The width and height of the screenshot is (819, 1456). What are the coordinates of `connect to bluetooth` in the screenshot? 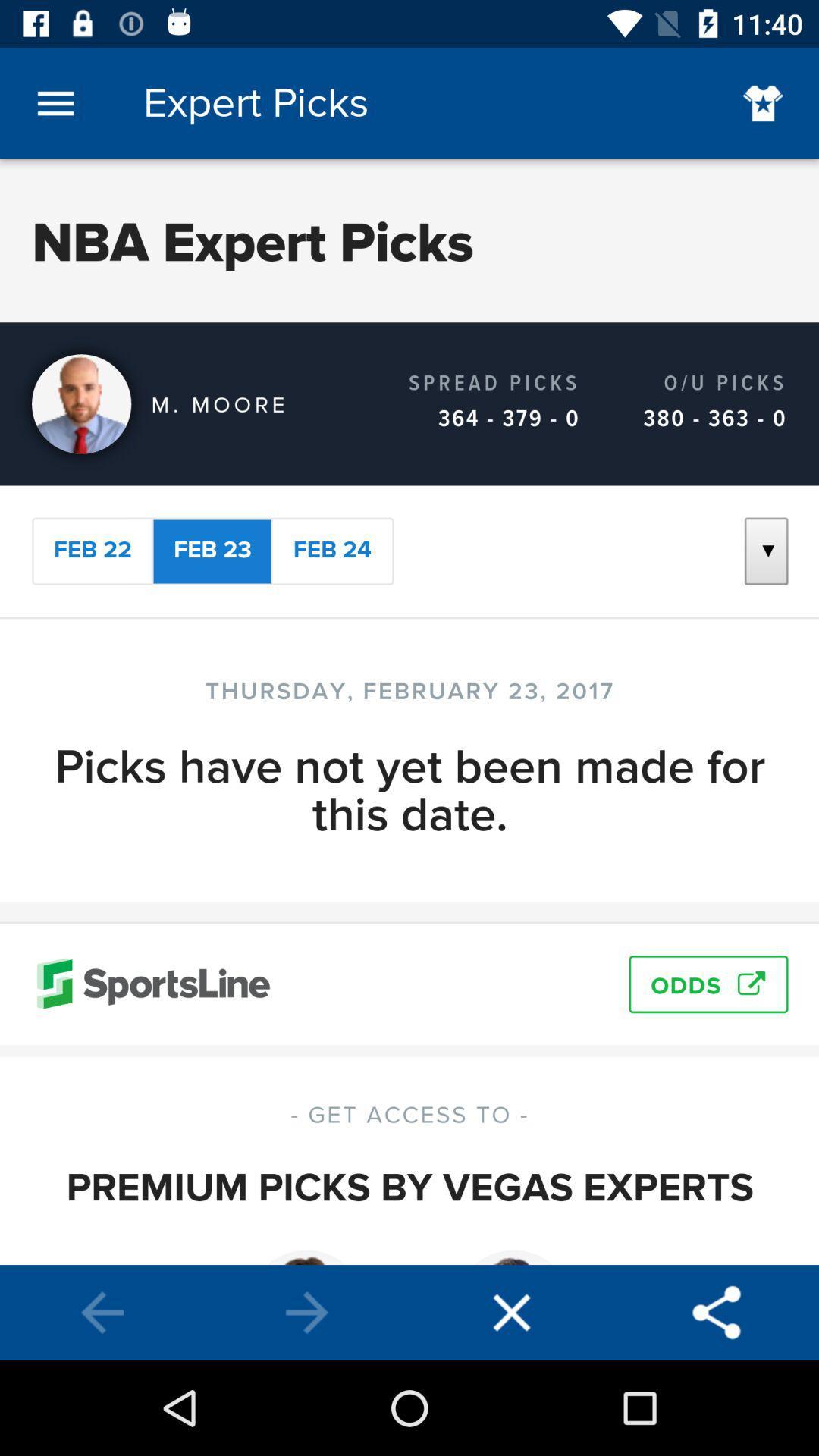 It's located at (717, 1312).